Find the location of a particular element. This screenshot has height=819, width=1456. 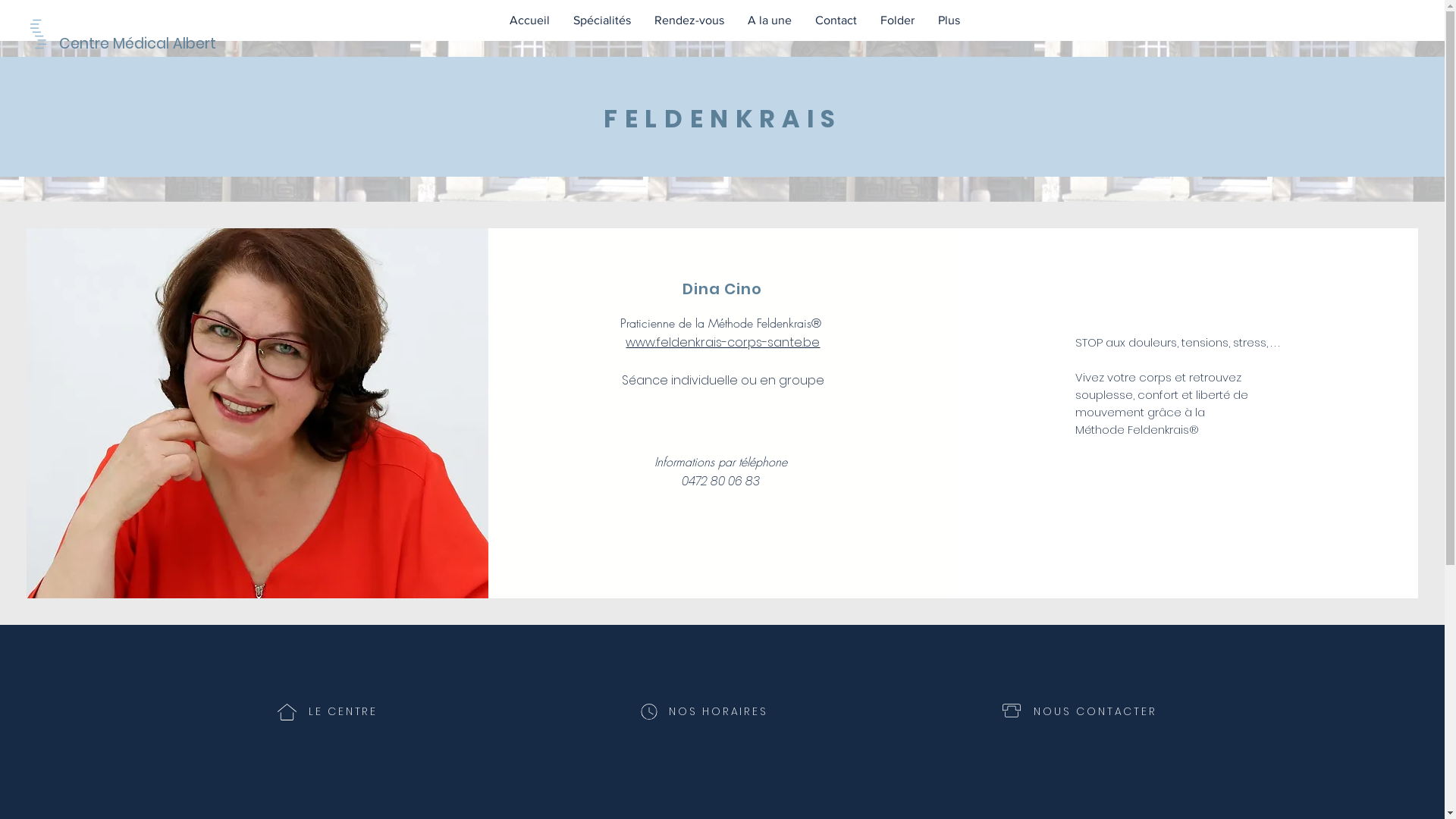

'Rendez-vous' is located at coordinates (641, 20).